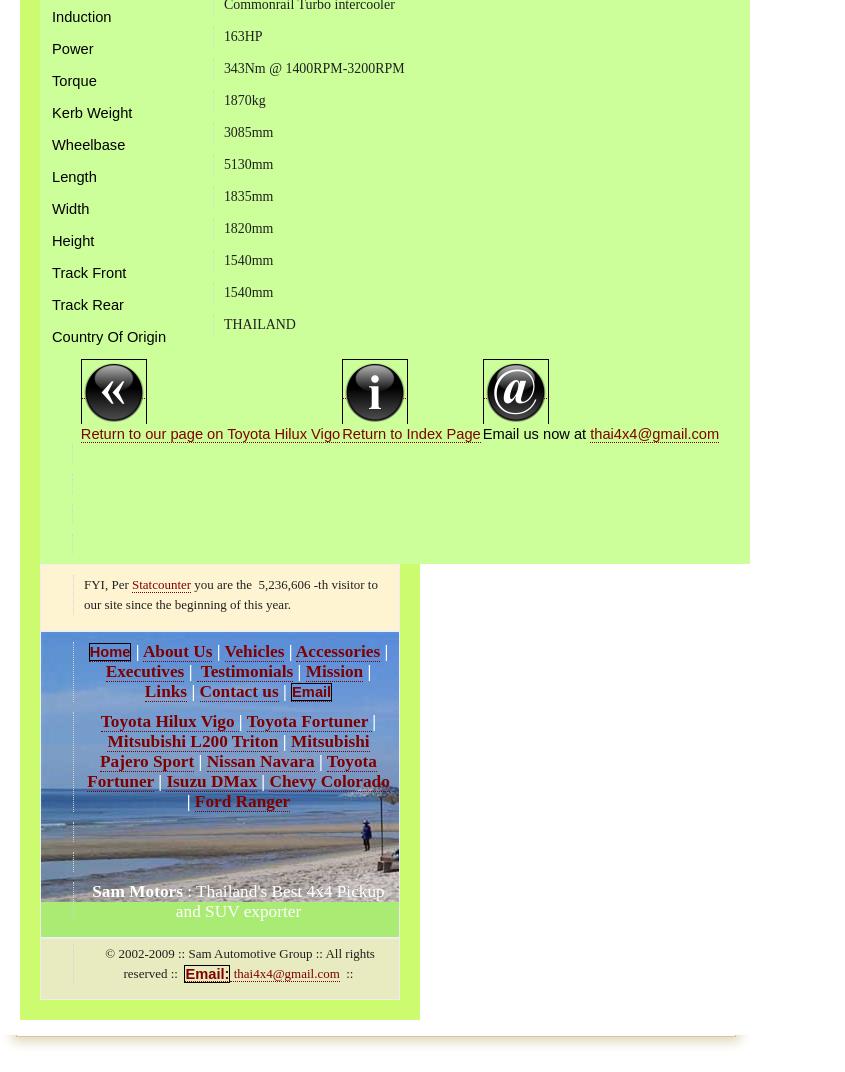 This screenshot has width=845, height=1072. What do you see at coordinates (258, 322) in the screenshot?
I see `'THAILAND'` at bounding box center [258, 322].